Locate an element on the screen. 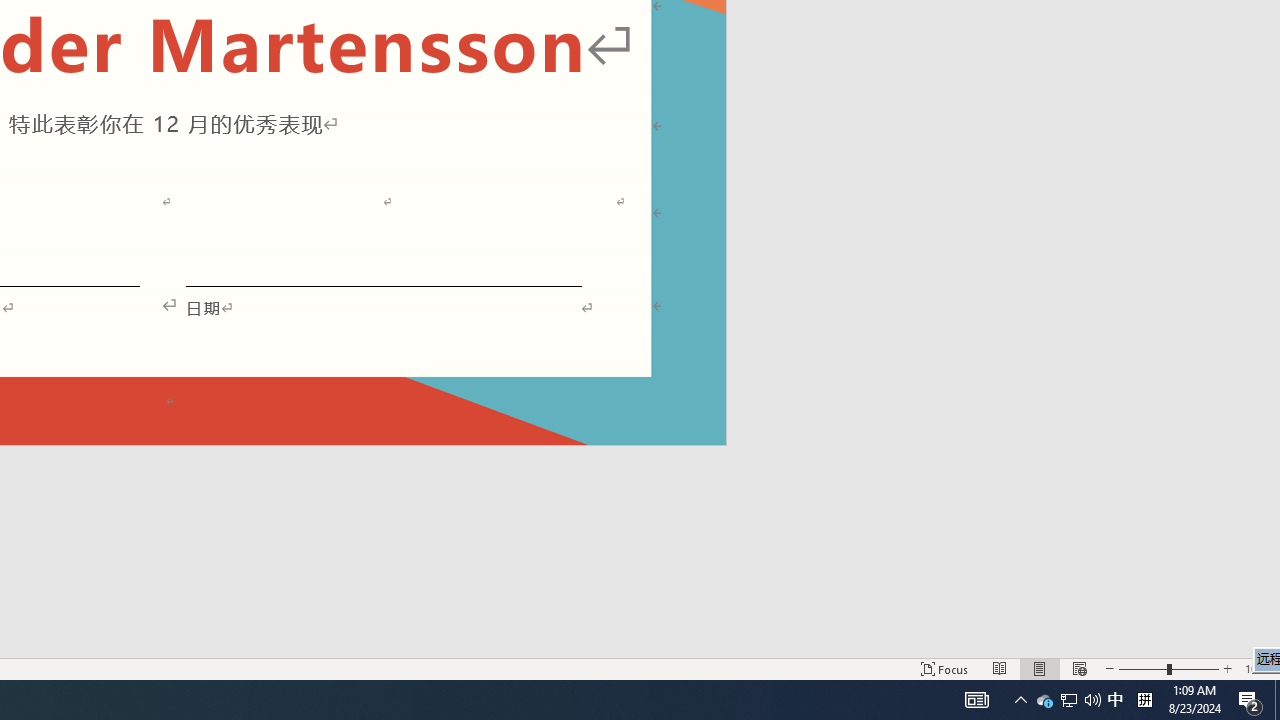  'Focus ' is located at coordinates (943, 669).